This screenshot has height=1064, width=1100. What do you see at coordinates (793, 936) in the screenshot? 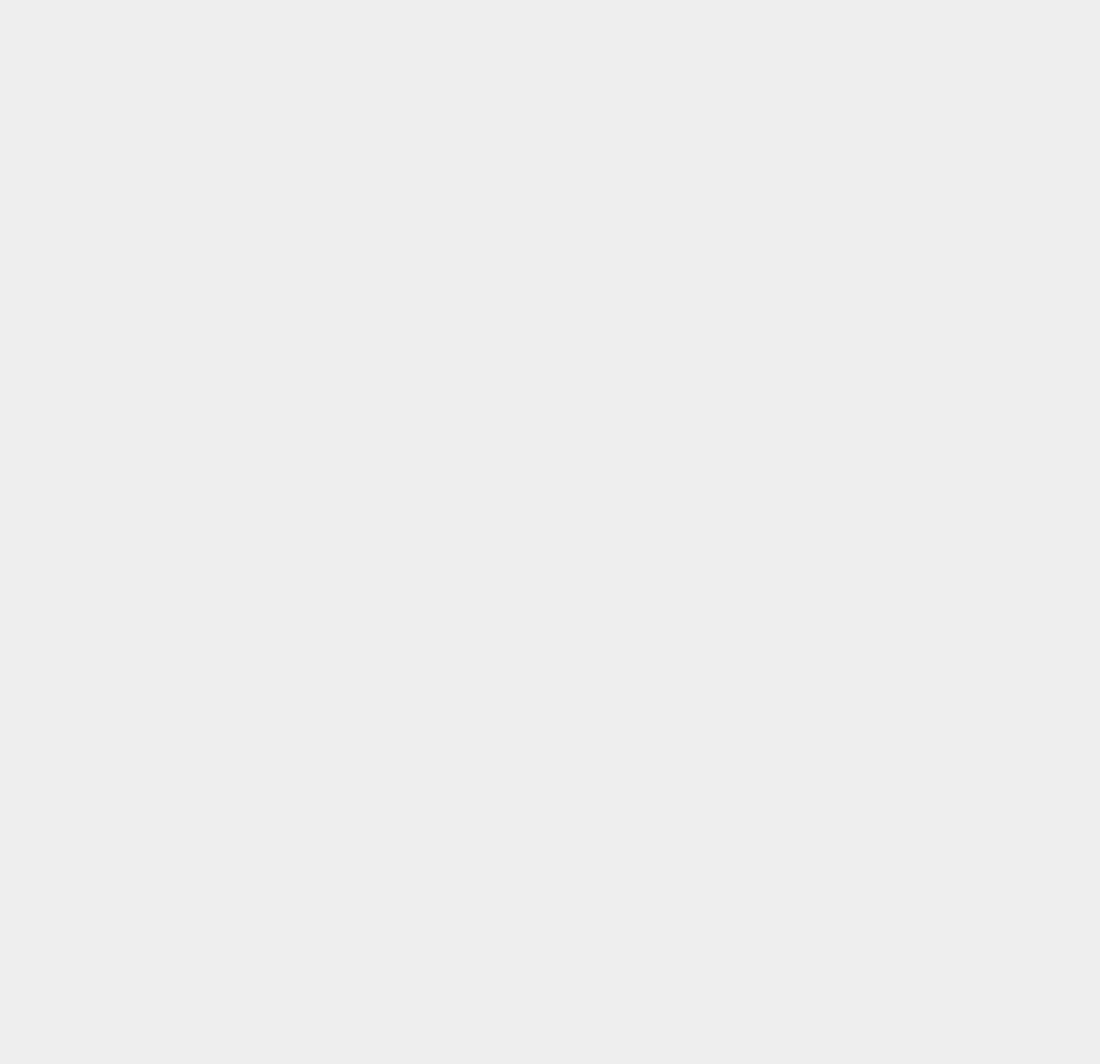
I see `'iOS 8'` at bounding box center [793, 936].